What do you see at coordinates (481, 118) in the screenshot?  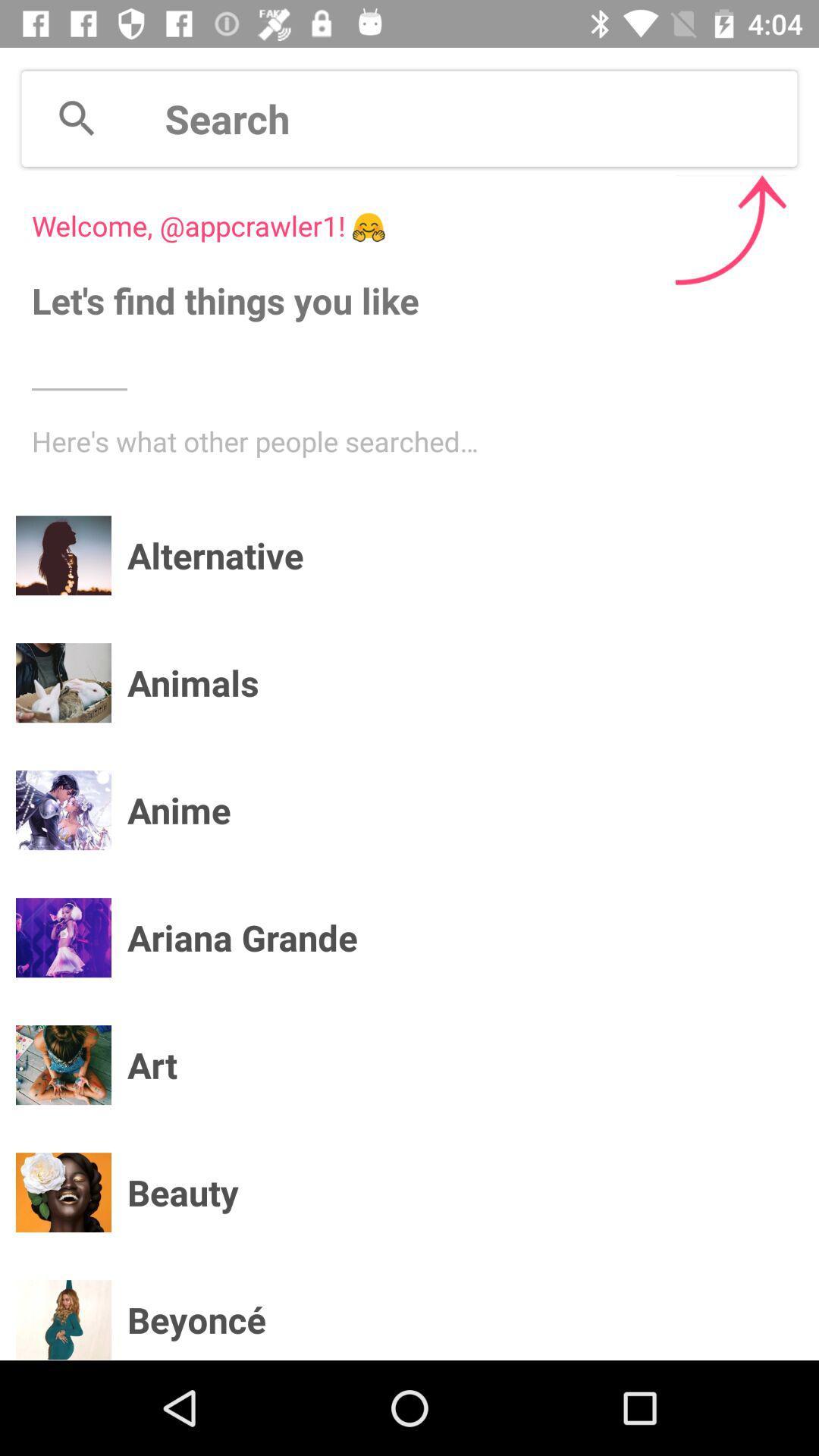 I see `search term` at bounding box center [481, 118].